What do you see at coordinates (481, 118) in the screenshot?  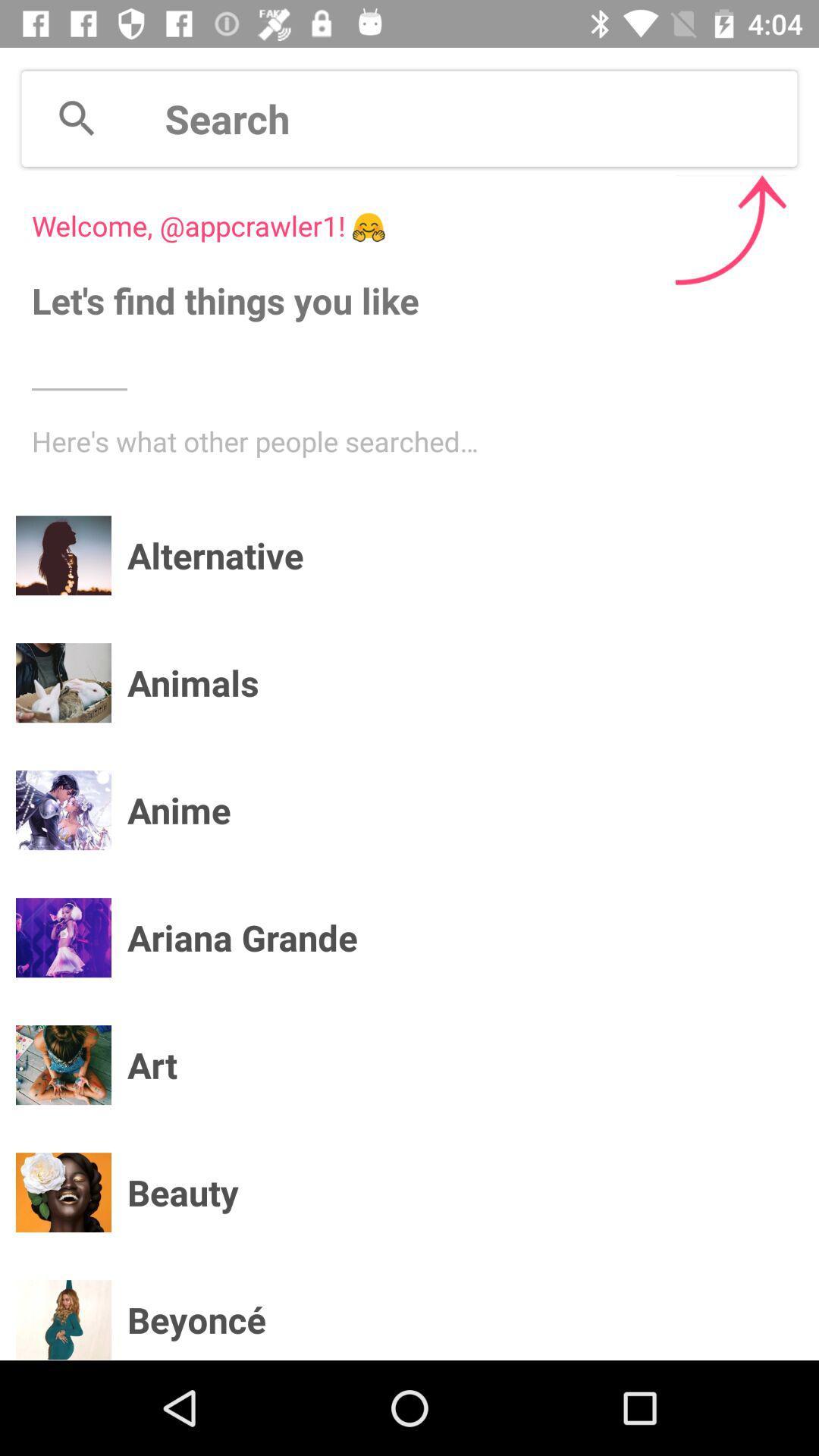 I see `search term` at bounding box center [481, 118].